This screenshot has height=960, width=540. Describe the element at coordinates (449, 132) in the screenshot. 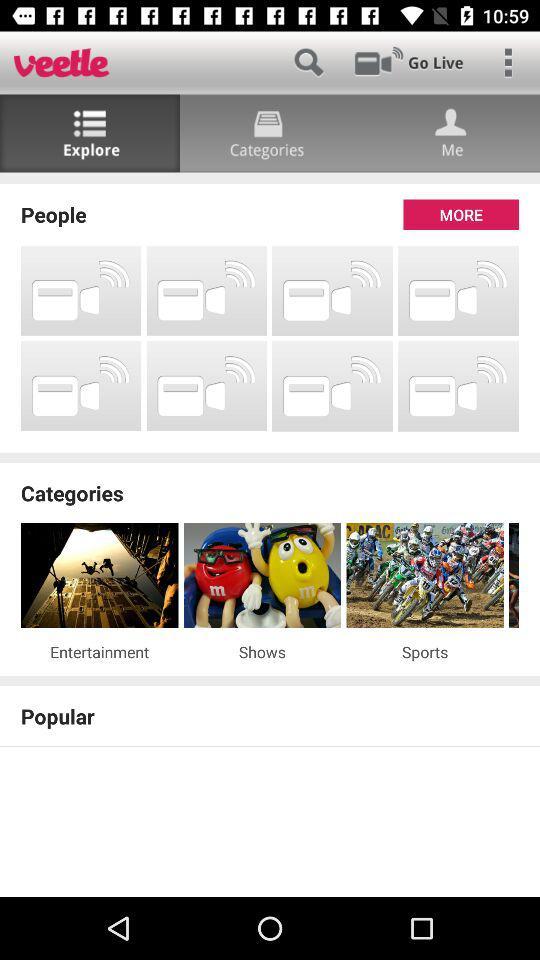

I see `it is identify the person` at that location.